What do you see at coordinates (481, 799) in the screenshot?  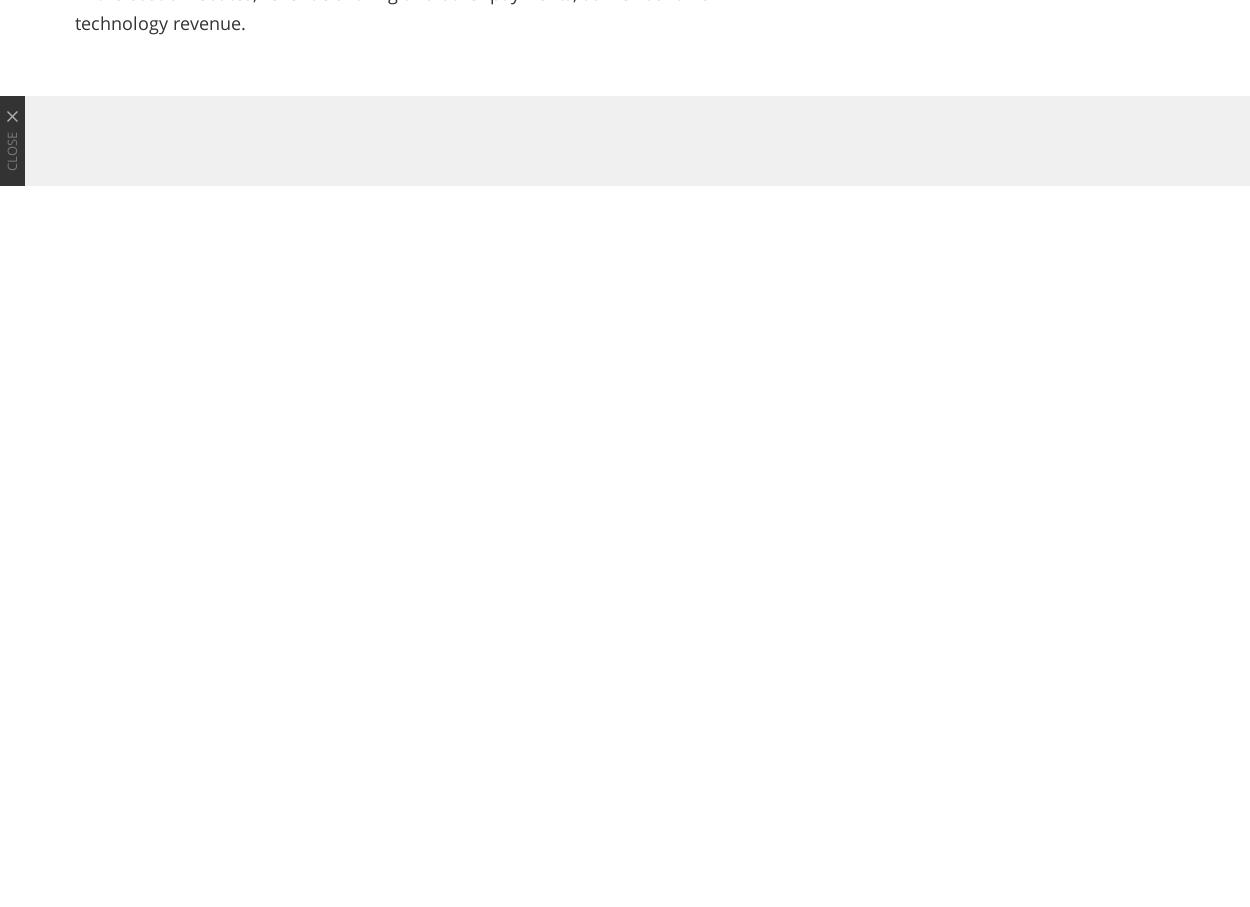 I see `'Supply Shortages And Port Delays Driving Holiday Shoppers To Start Early This Season'` at bounding box center [481, 799].